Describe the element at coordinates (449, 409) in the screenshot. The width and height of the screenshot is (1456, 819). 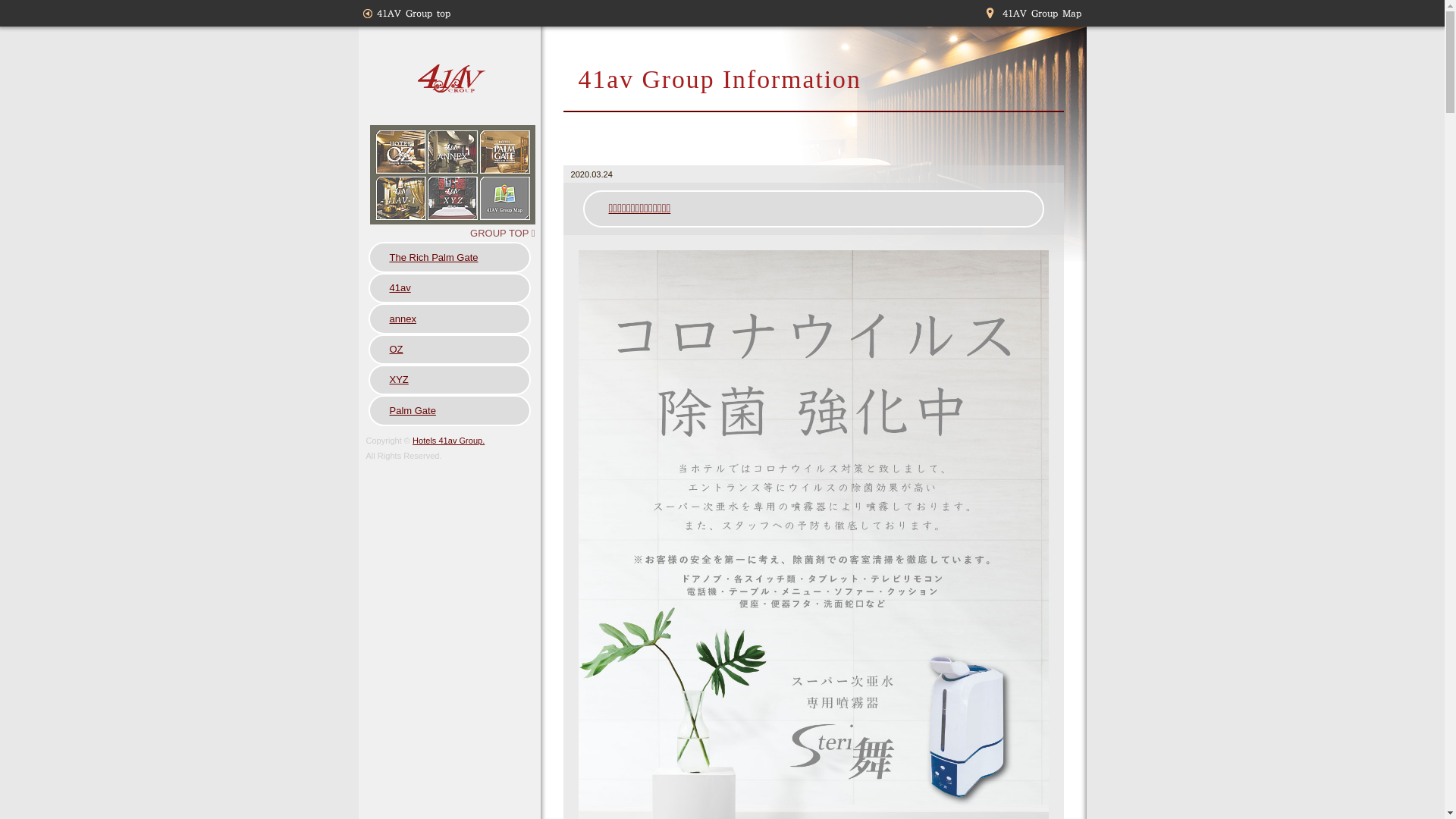
I see `'Palm Gate'` at that location.